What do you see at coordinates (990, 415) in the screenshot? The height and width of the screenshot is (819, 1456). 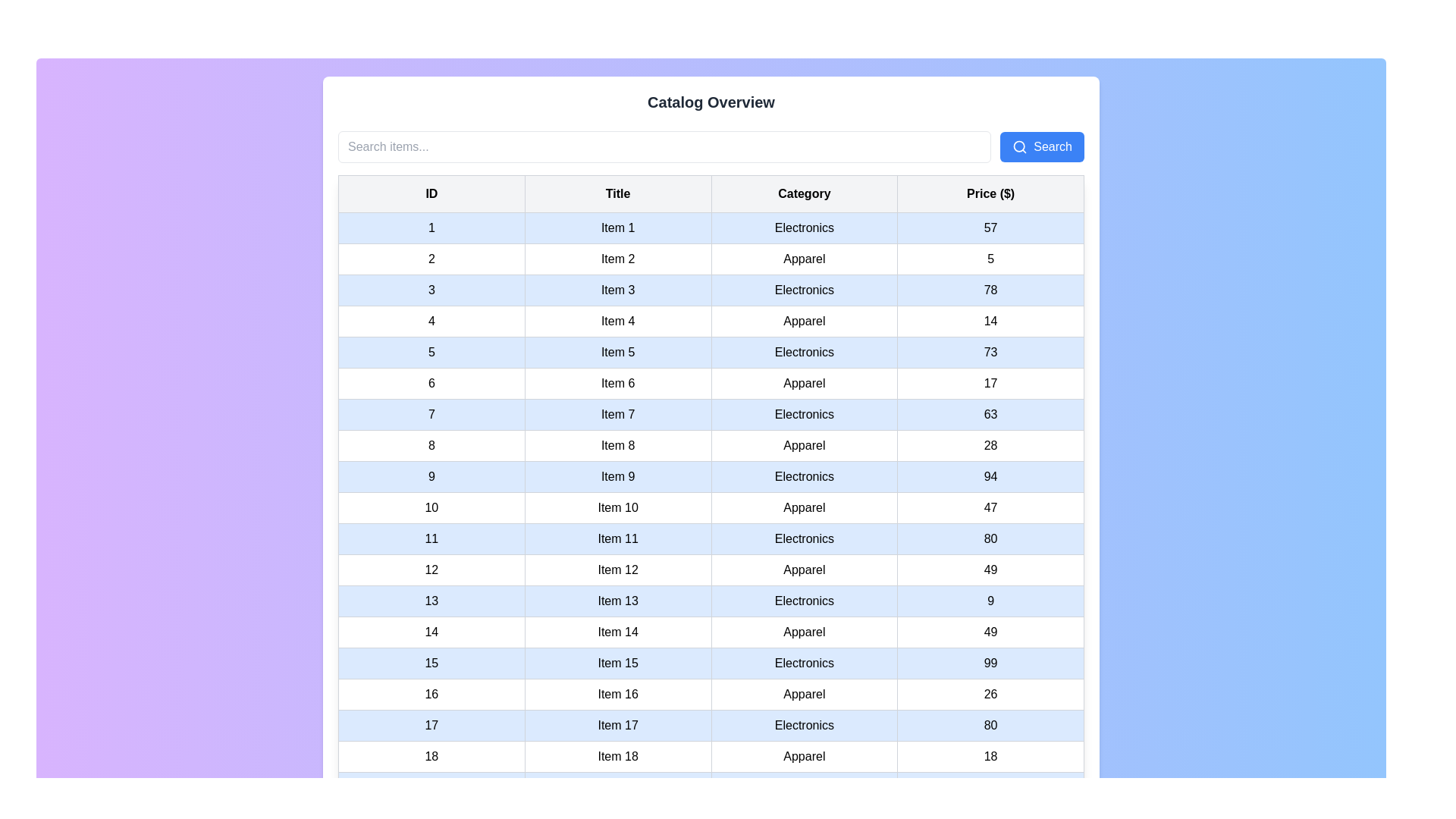 I see `the Text Display (Table Cell) that shows the price associated with the item in the fourth cell of the seventh row of the data table` at bounding box center [990, 415].